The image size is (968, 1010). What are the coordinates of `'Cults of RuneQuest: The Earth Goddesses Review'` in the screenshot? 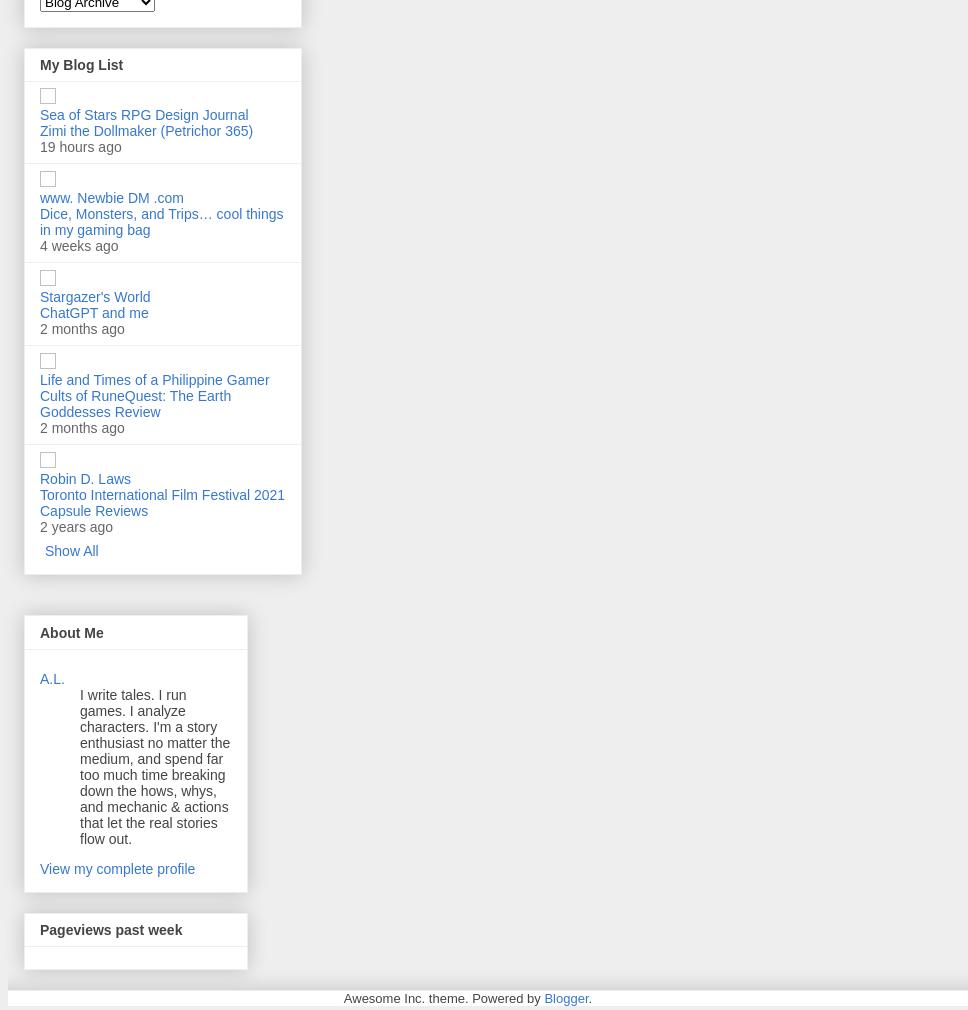 It's located at (134, 404).